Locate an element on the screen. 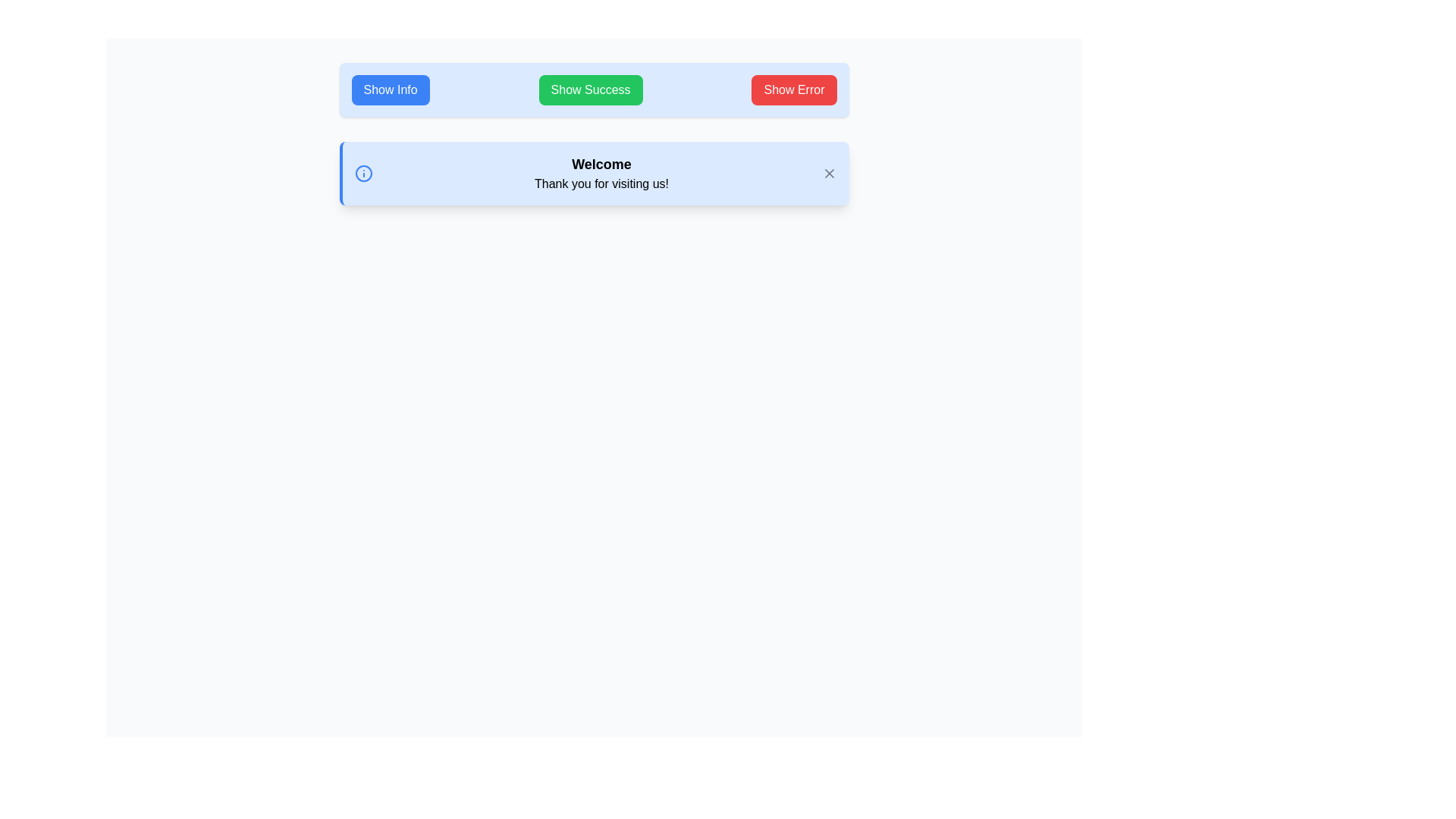  the error-related functionality button, which is the third button in a row of three, located on the far right, next to the green 'Show Success' button is located at coordinates (793, 90).